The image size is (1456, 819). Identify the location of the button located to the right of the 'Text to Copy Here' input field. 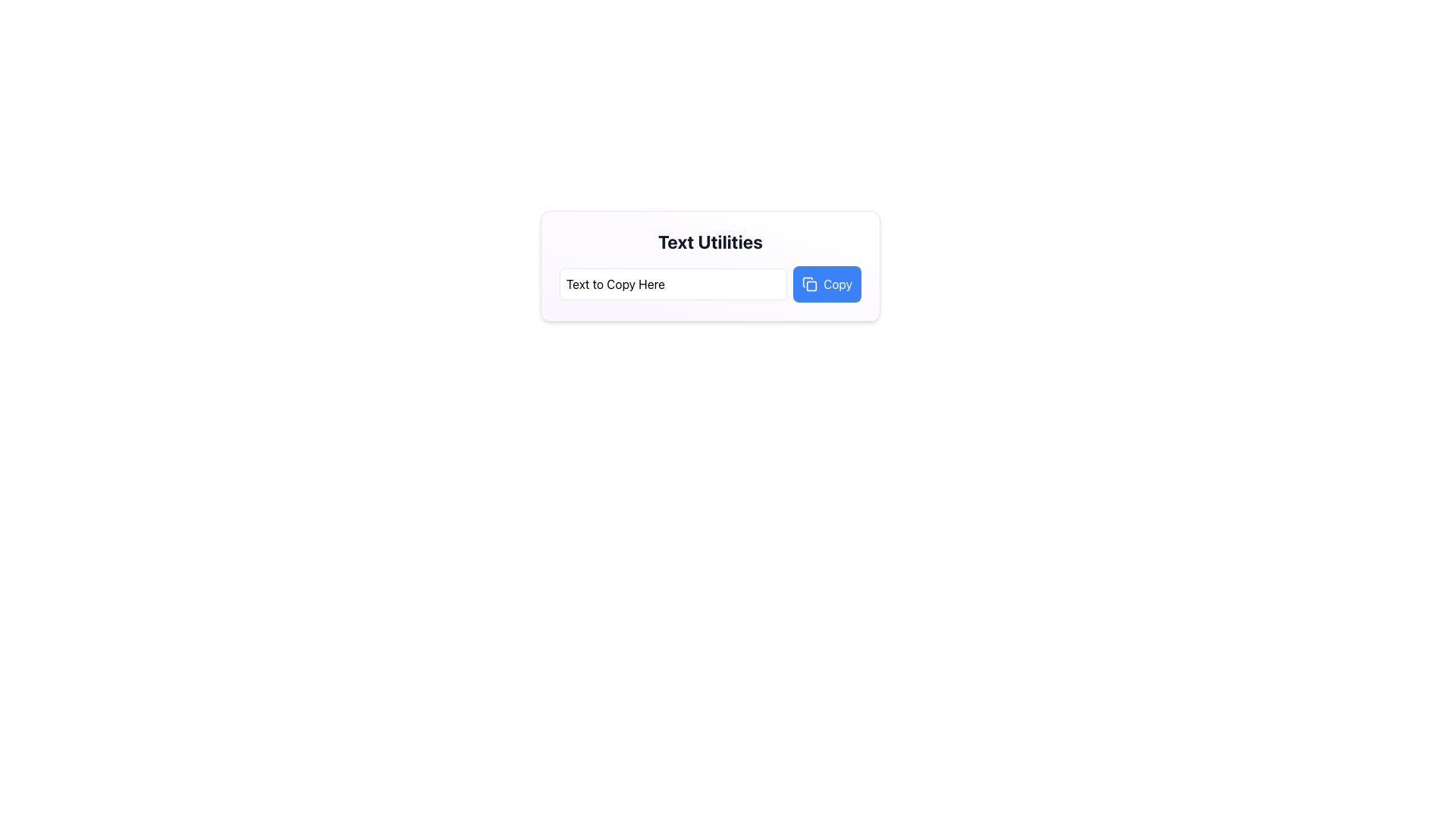
(826, 284).